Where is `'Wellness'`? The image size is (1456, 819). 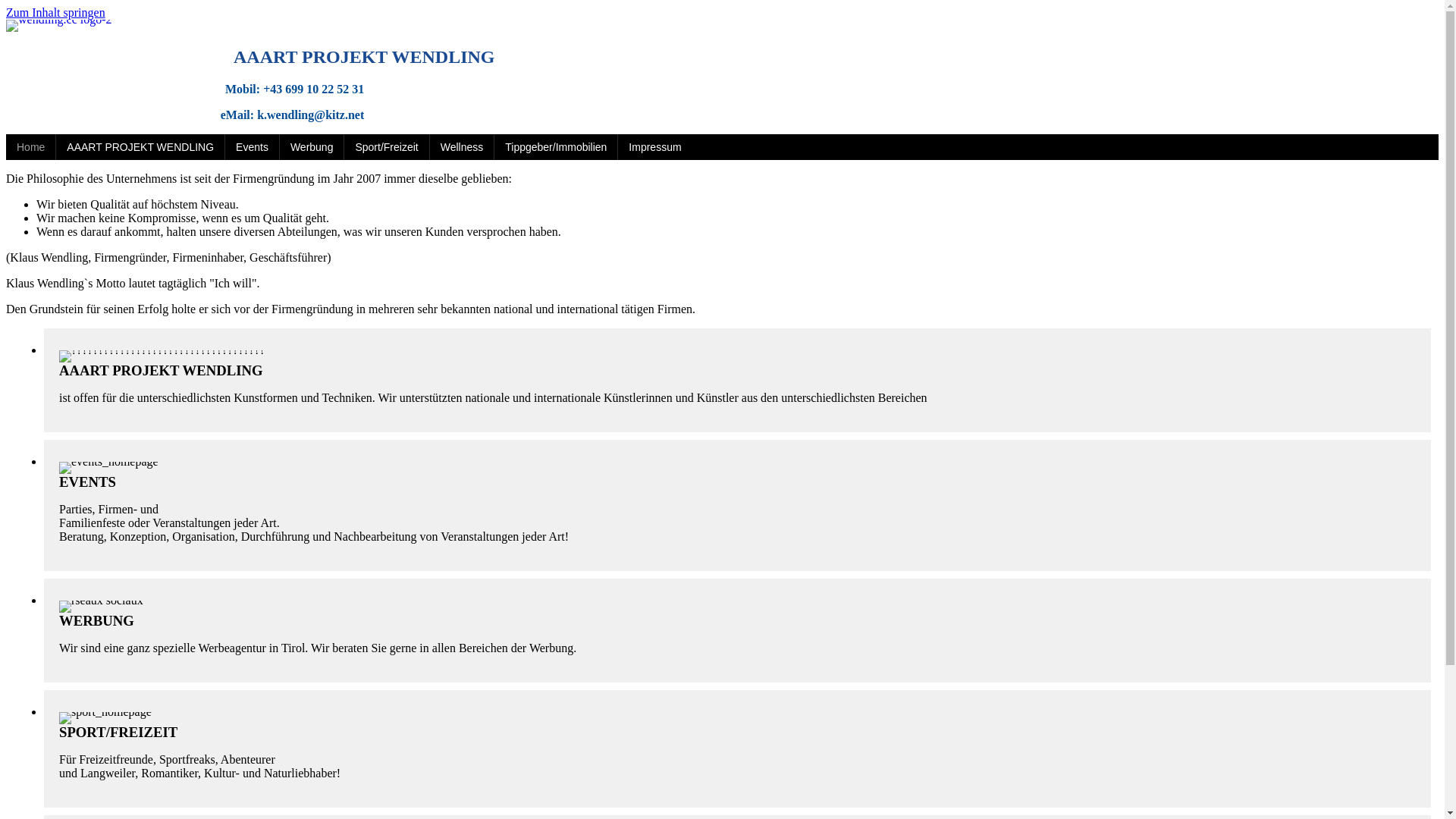 'Wellness' is located at coordinates (461, 146).